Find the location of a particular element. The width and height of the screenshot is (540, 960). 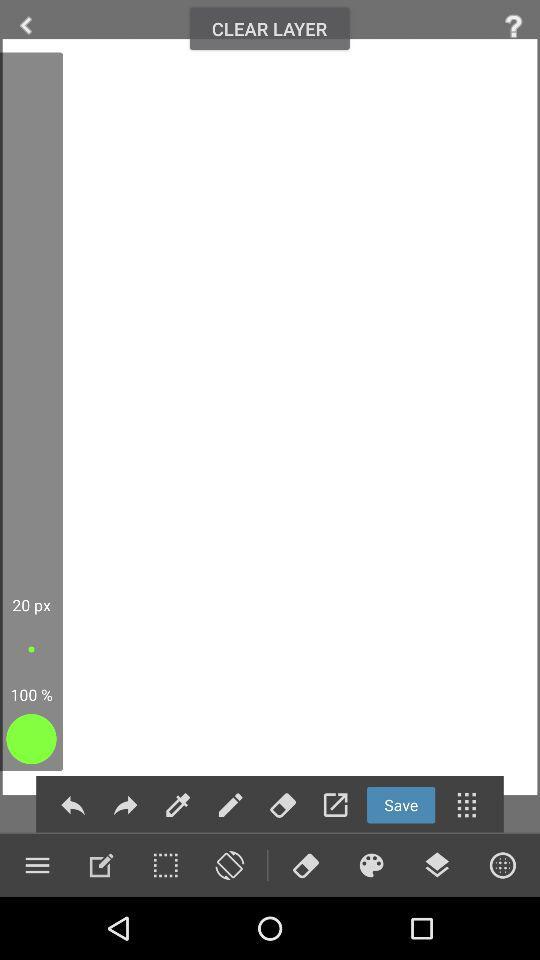

erase the option is located at coordinates (305, 864).